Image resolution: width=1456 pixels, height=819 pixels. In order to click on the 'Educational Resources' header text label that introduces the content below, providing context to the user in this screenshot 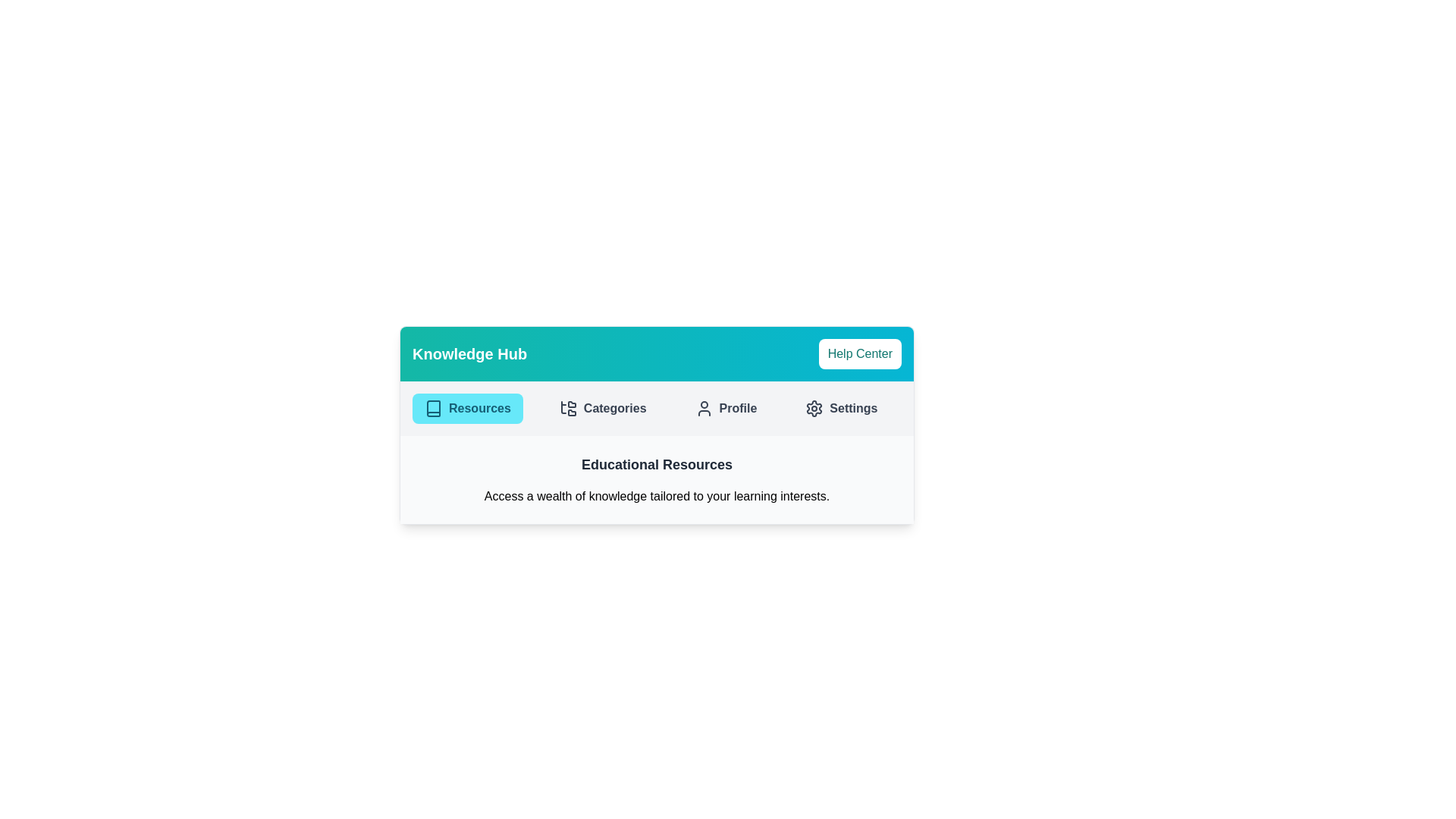, I will do `click(657, 464)`.